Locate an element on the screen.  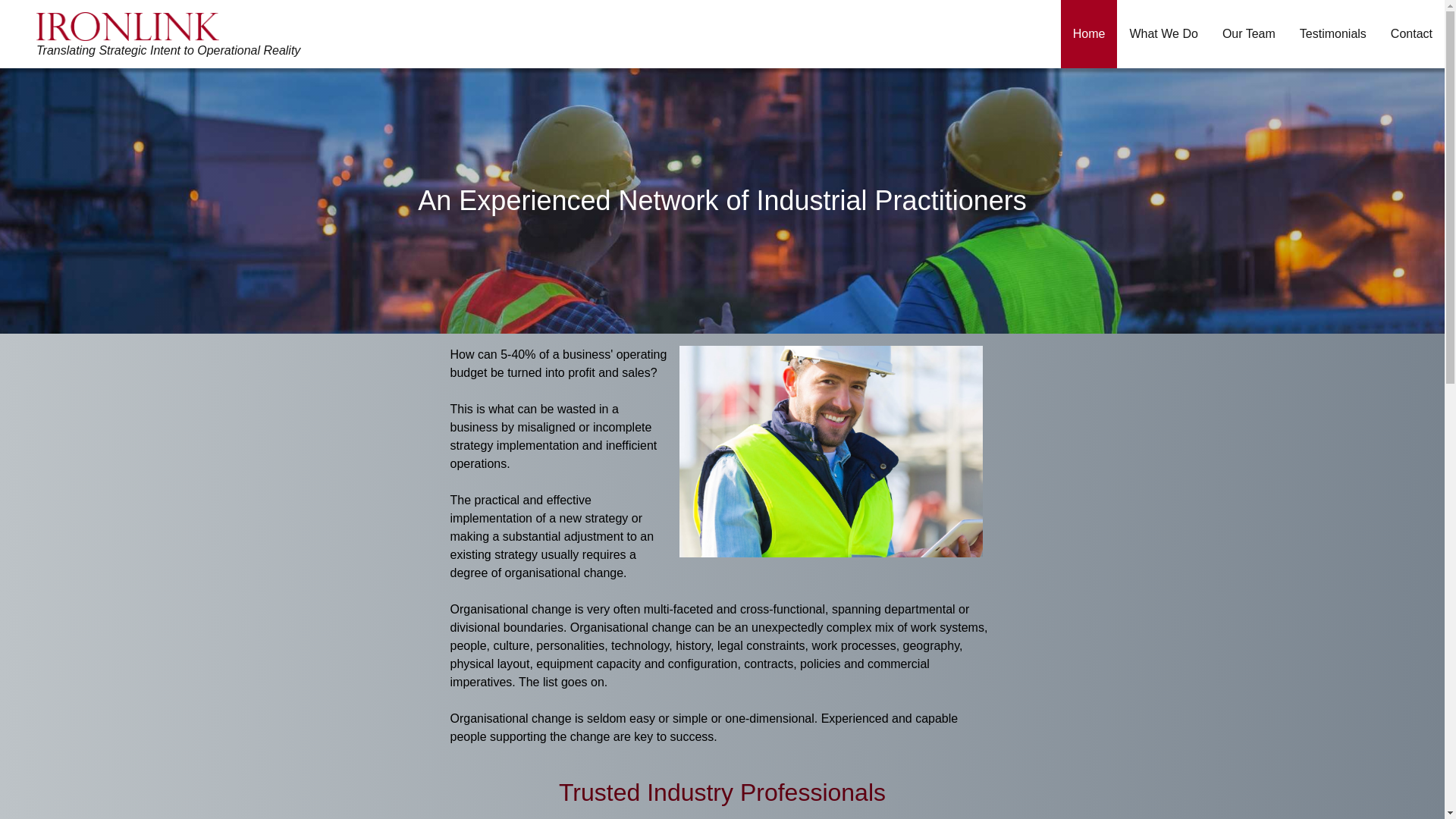
'Testimonials' is located at coordinates (1287, 34).